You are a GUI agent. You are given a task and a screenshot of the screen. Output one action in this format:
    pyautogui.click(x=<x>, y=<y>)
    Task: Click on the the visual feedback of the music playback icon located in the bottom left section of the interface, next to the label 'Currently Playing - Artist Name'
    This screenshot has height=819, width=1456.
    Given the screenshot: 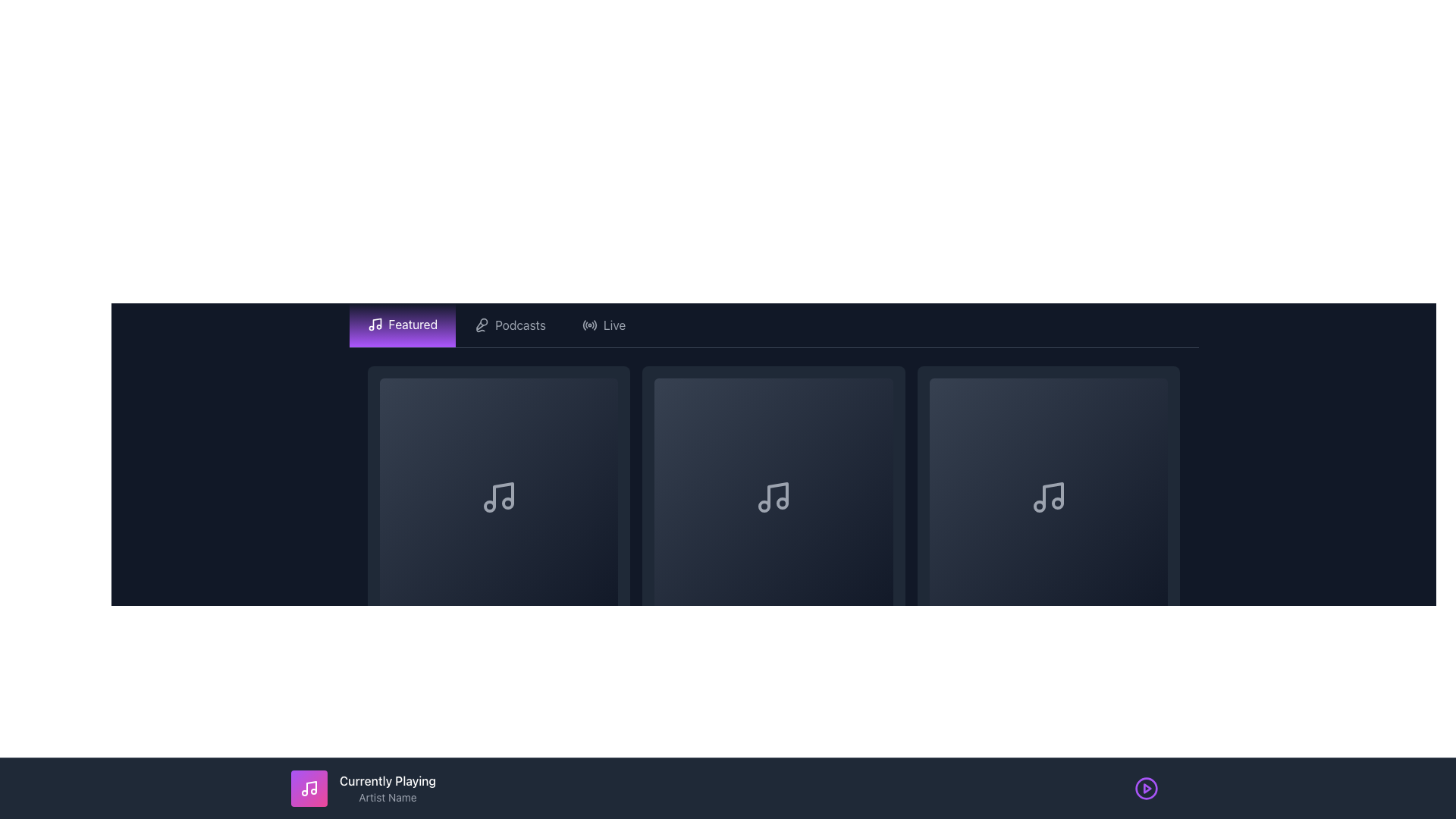 What is the action you would take?
    pyautogui.click(x=309, y=788)
    